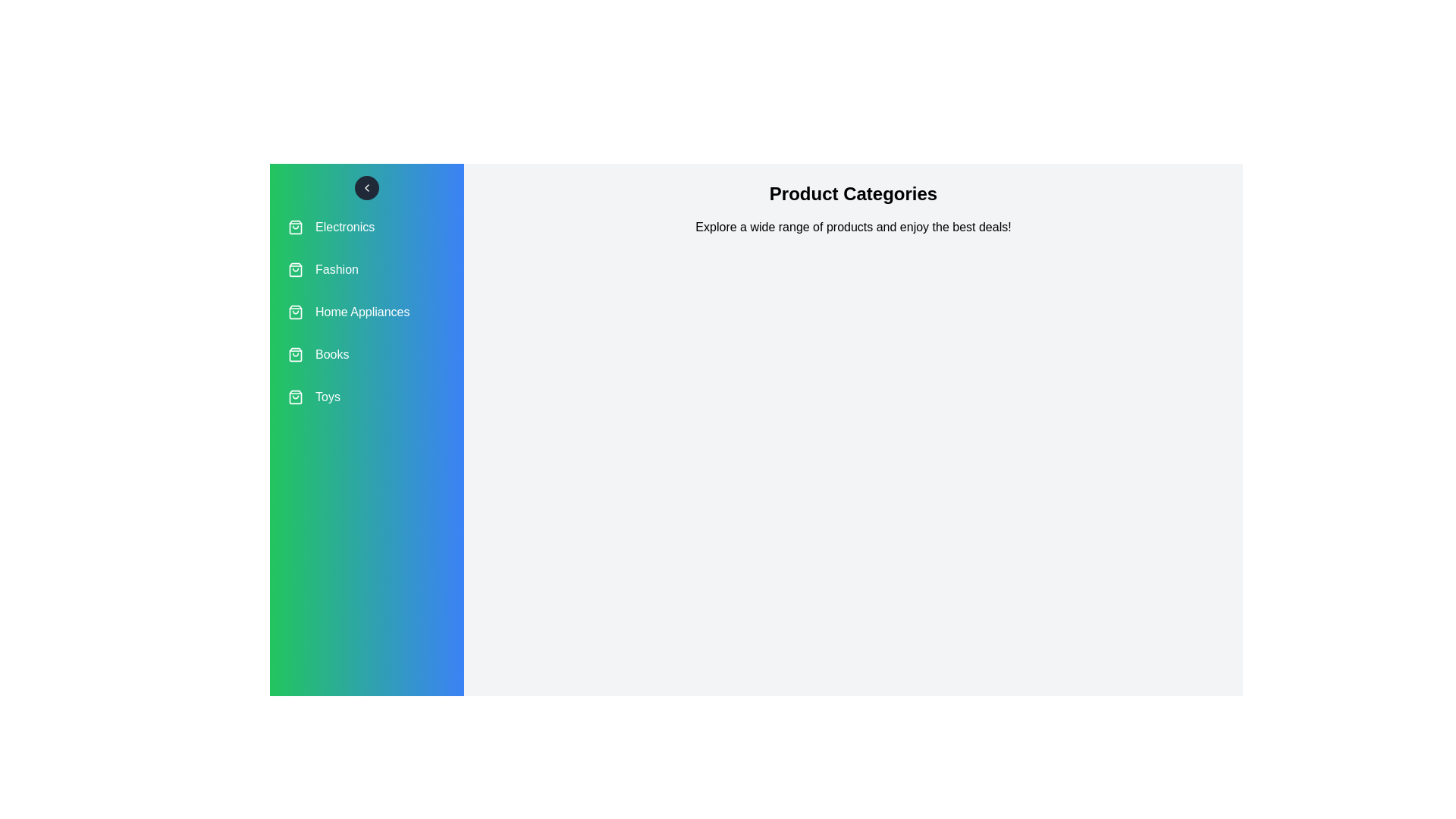 Image resolution: width=1456 pixels, height=819 pixels. I want to click on the category Books from the list, so click(367, 354).